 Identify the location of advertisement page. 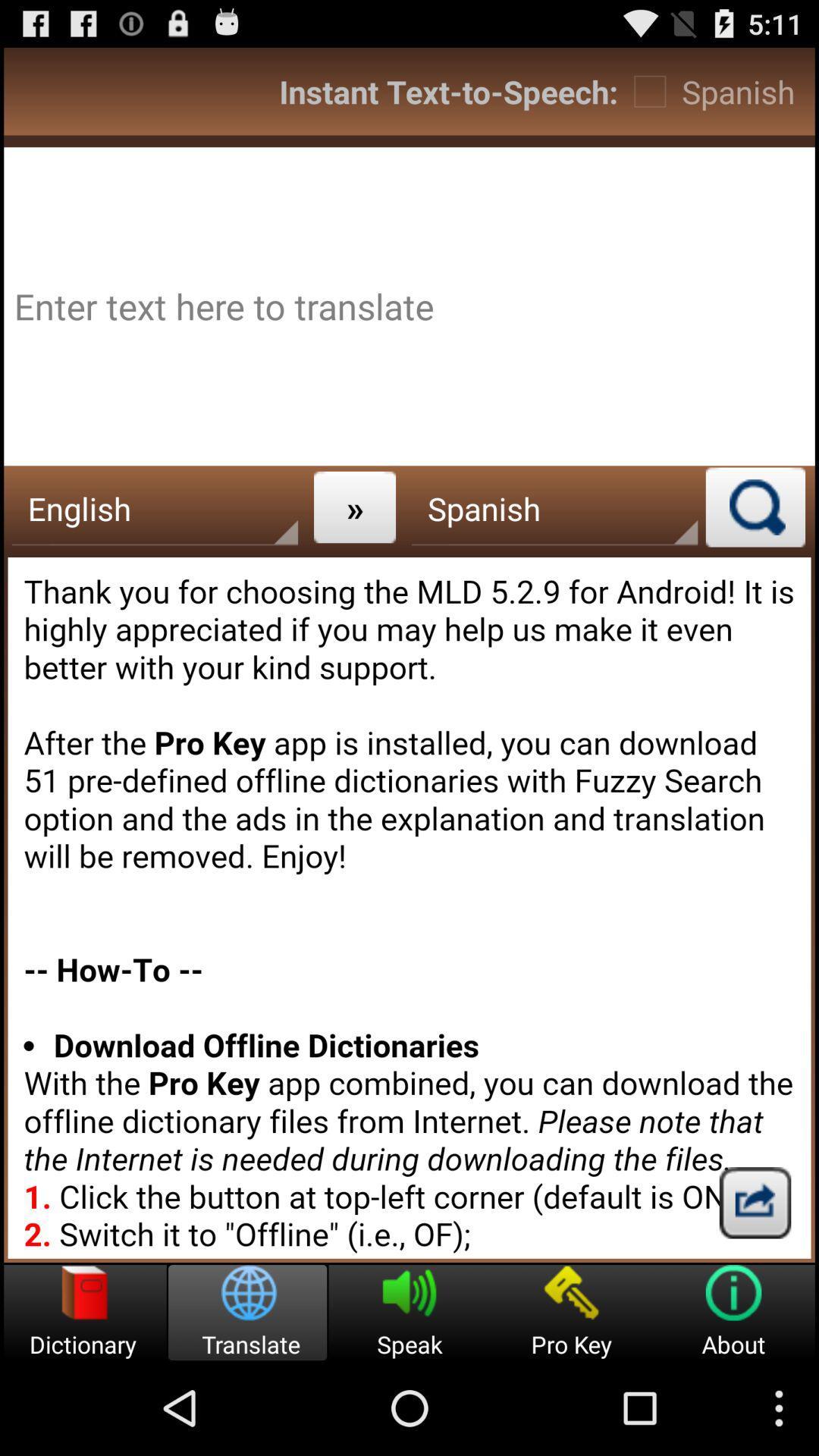
(409, 306).